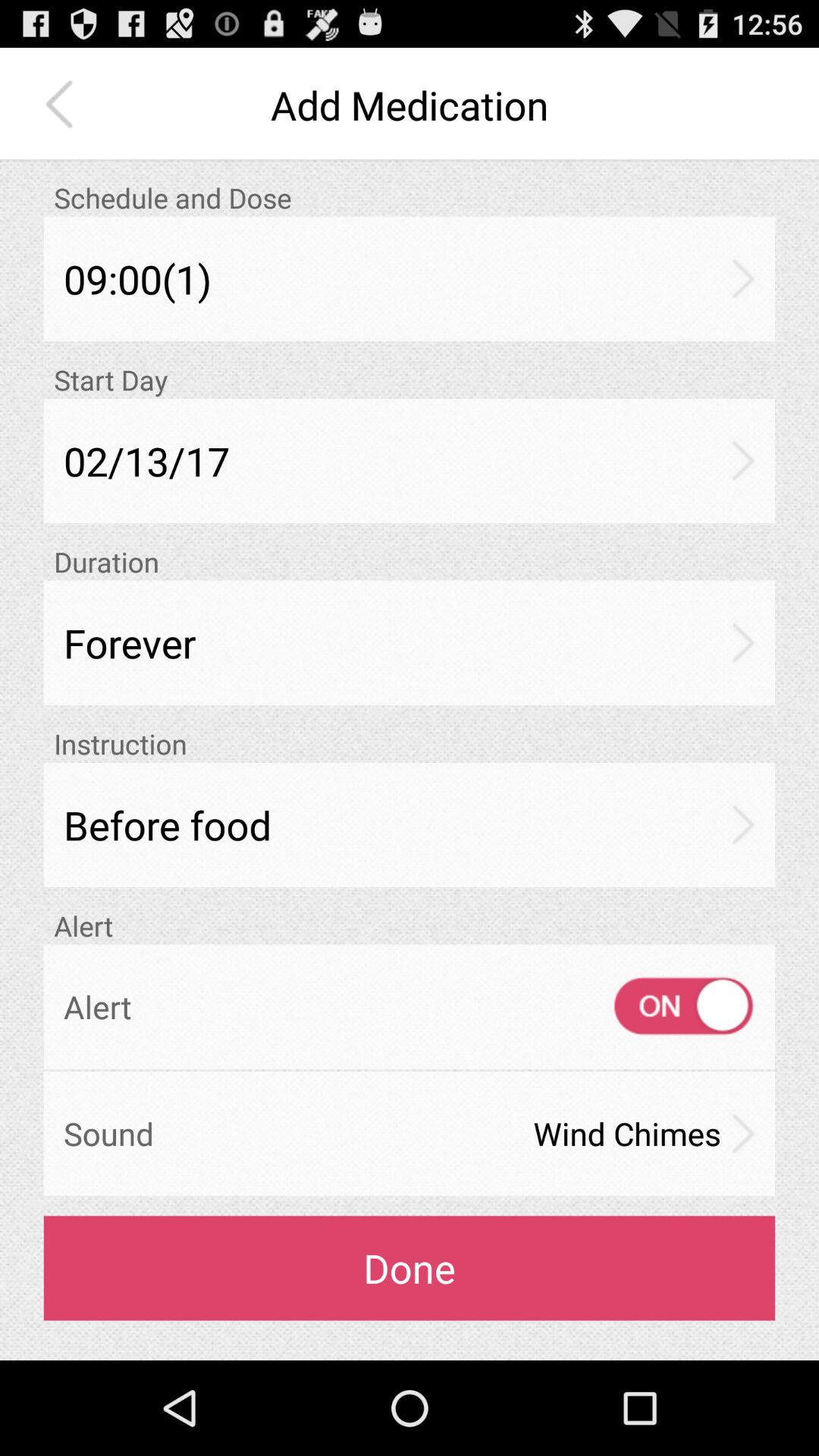  I want to click on the icon below the sound icon, so click(409, 1268).